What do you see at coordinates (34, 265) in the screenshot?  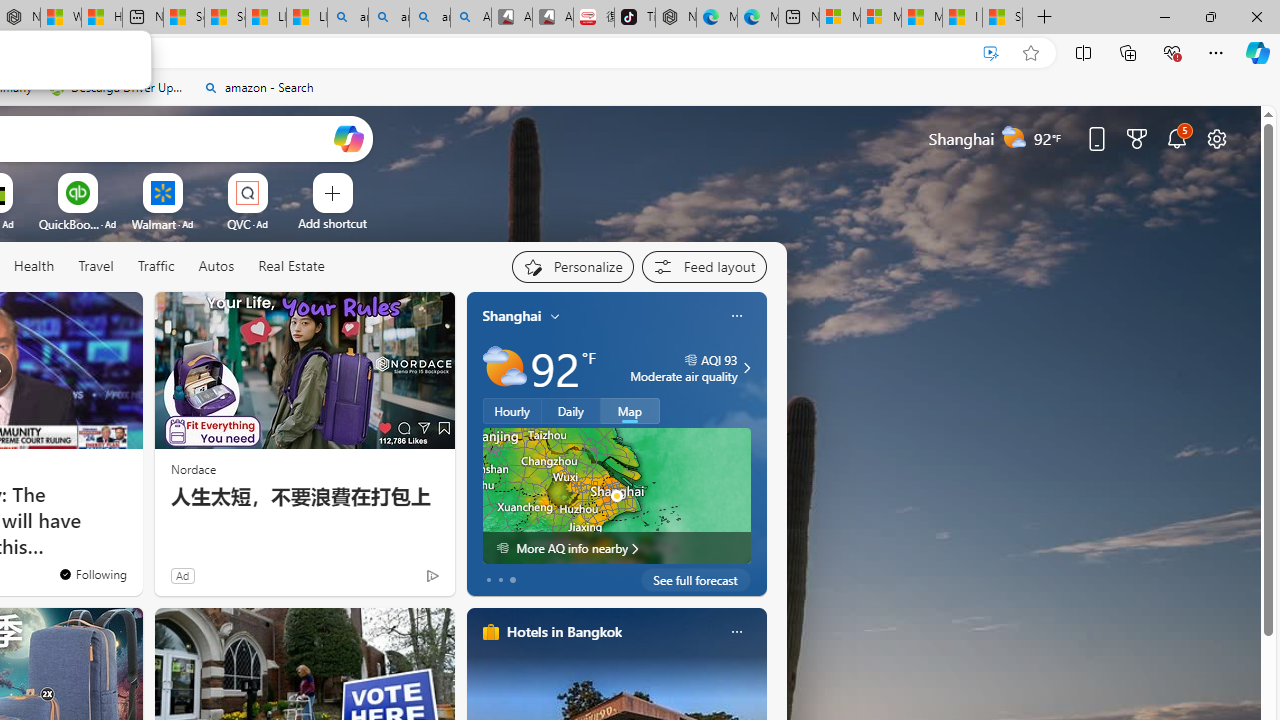 I see `'Health'` at bounding box center [34, 265].